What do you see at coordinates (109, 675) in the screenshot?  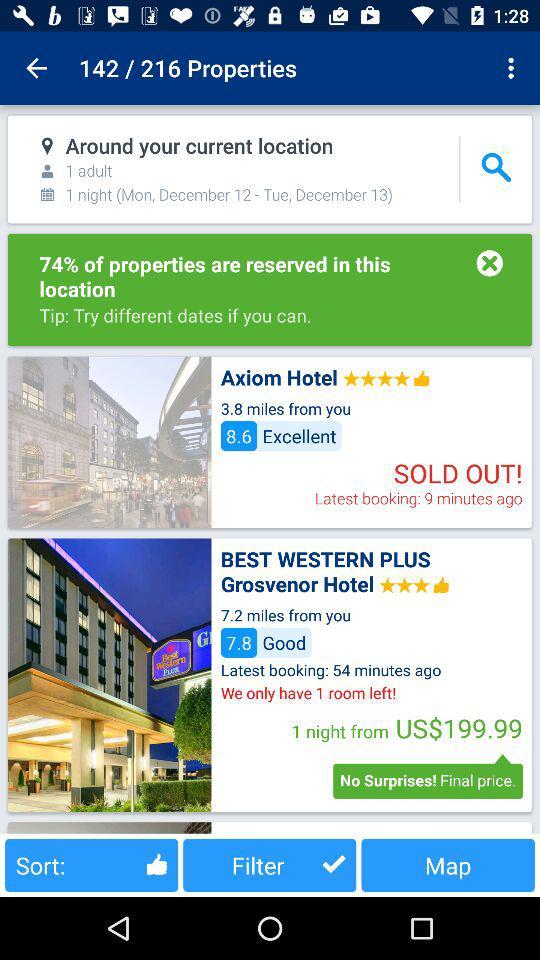 I see `open hotel page` at bounding box center [109, 675].